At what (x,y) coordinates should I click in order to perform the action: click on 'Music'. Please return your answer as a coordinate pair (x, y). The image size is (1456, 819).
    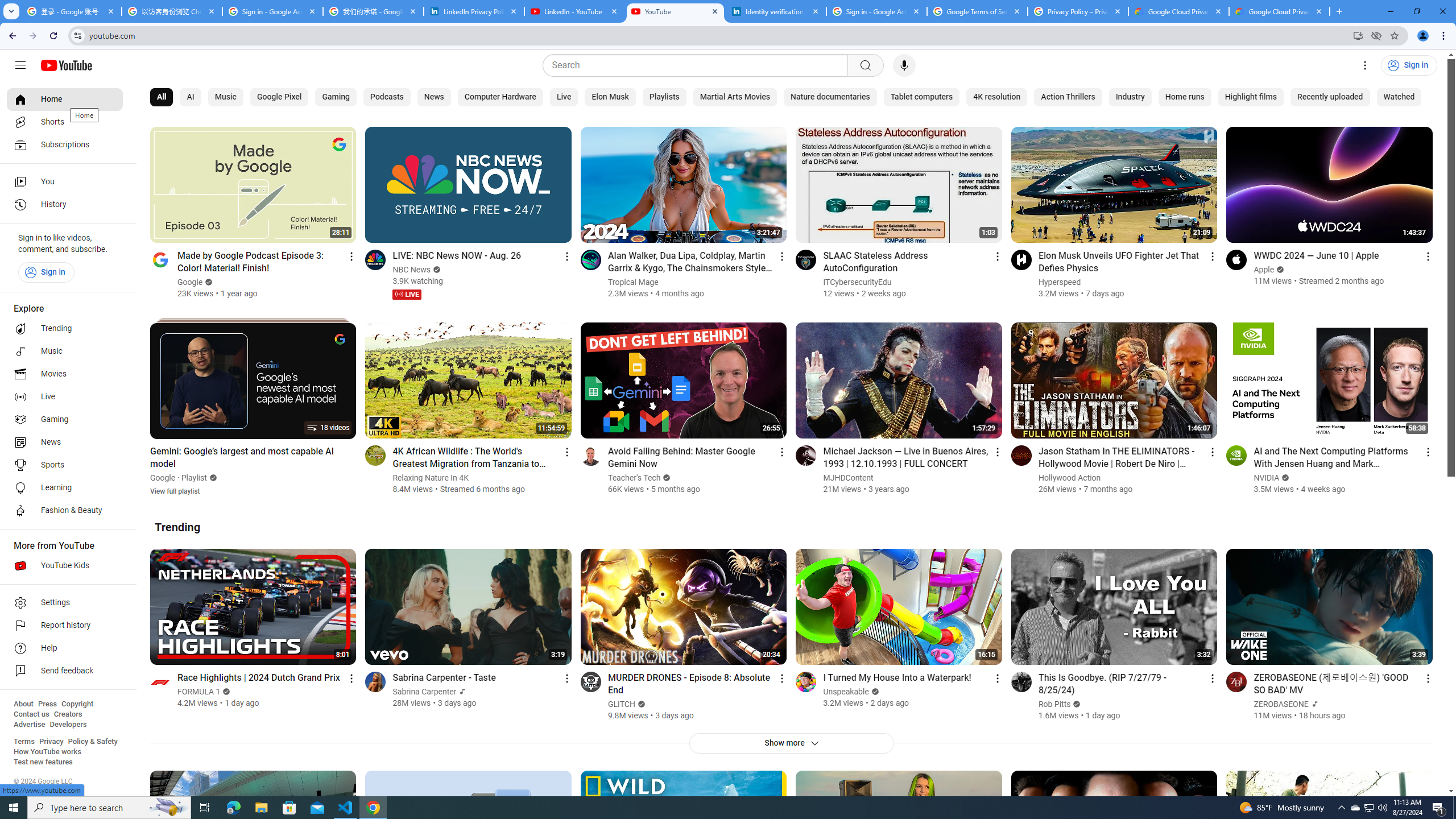
    Looking at the image, I should click on (225, 97).